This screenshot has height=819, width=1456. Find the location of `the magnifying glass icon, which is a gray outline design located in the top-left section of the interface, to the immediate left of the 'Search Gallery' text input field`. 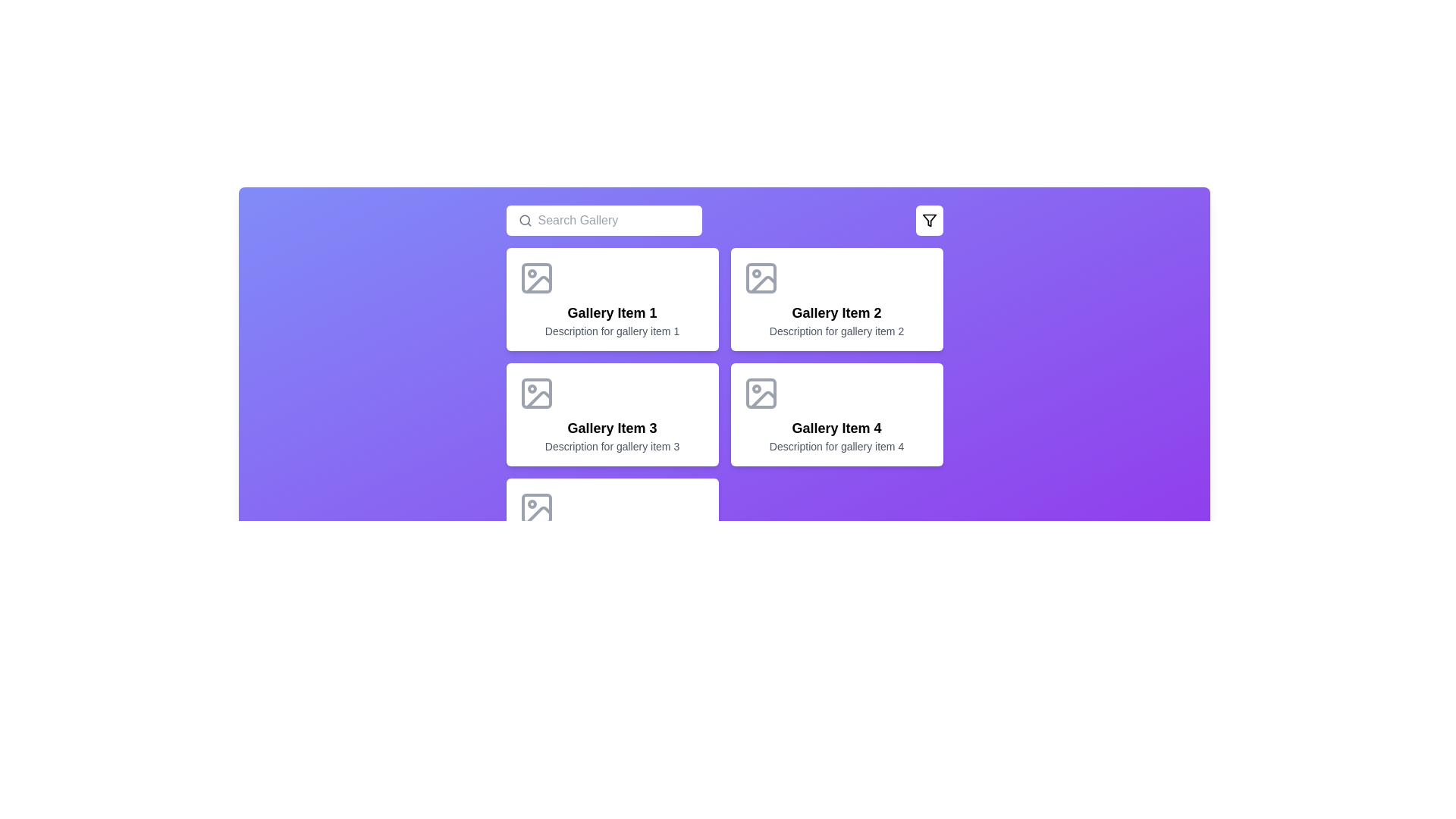

the magnifying glass icon, which is a gray outline design located in the top-left section of the interface, to the immediate left of the 'Search Gallery' text input field is located at coordinates (525, 220).